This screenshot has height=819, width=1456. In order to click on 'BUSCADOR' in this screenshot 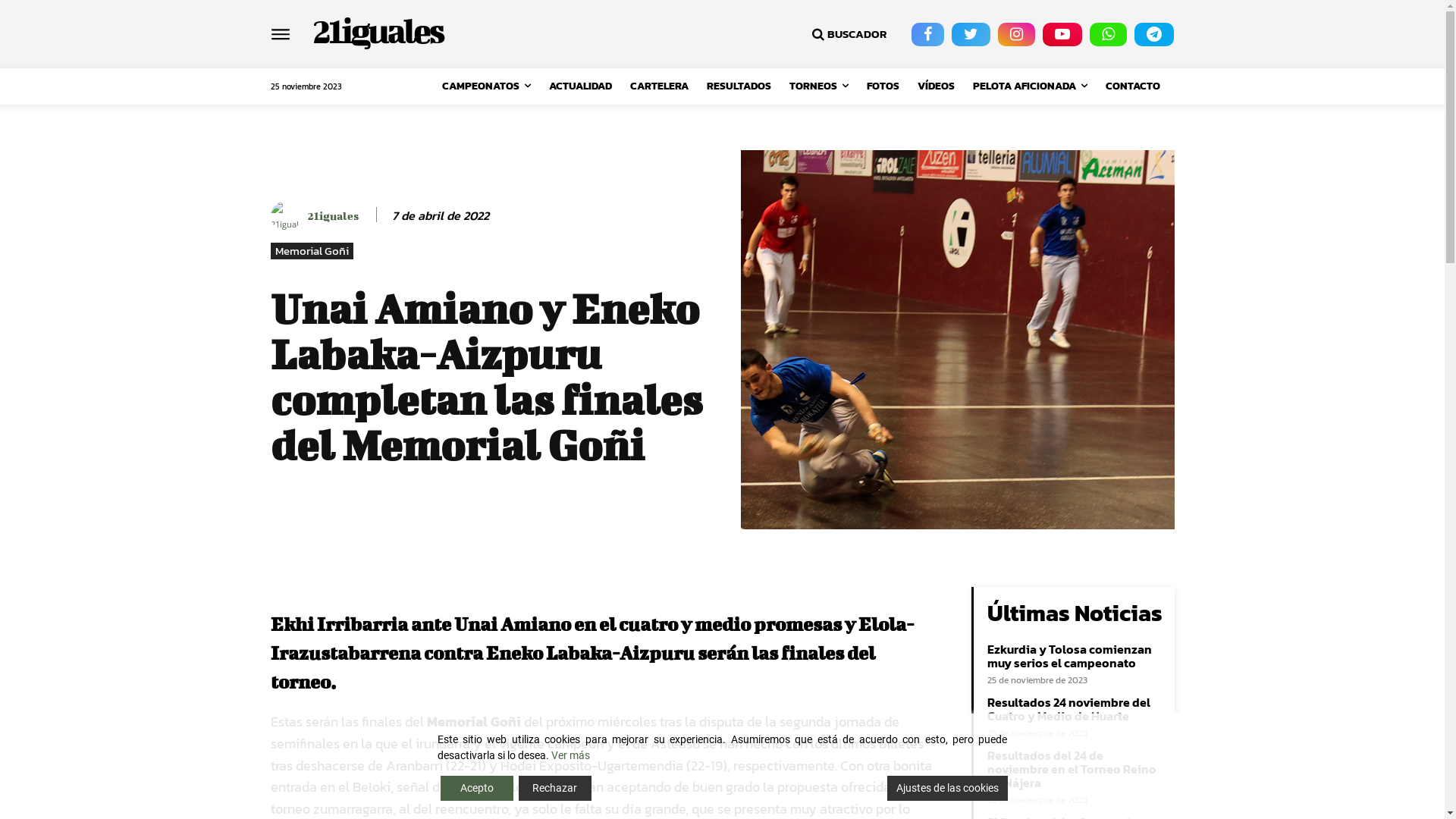, I will do `click(847, 34)`.